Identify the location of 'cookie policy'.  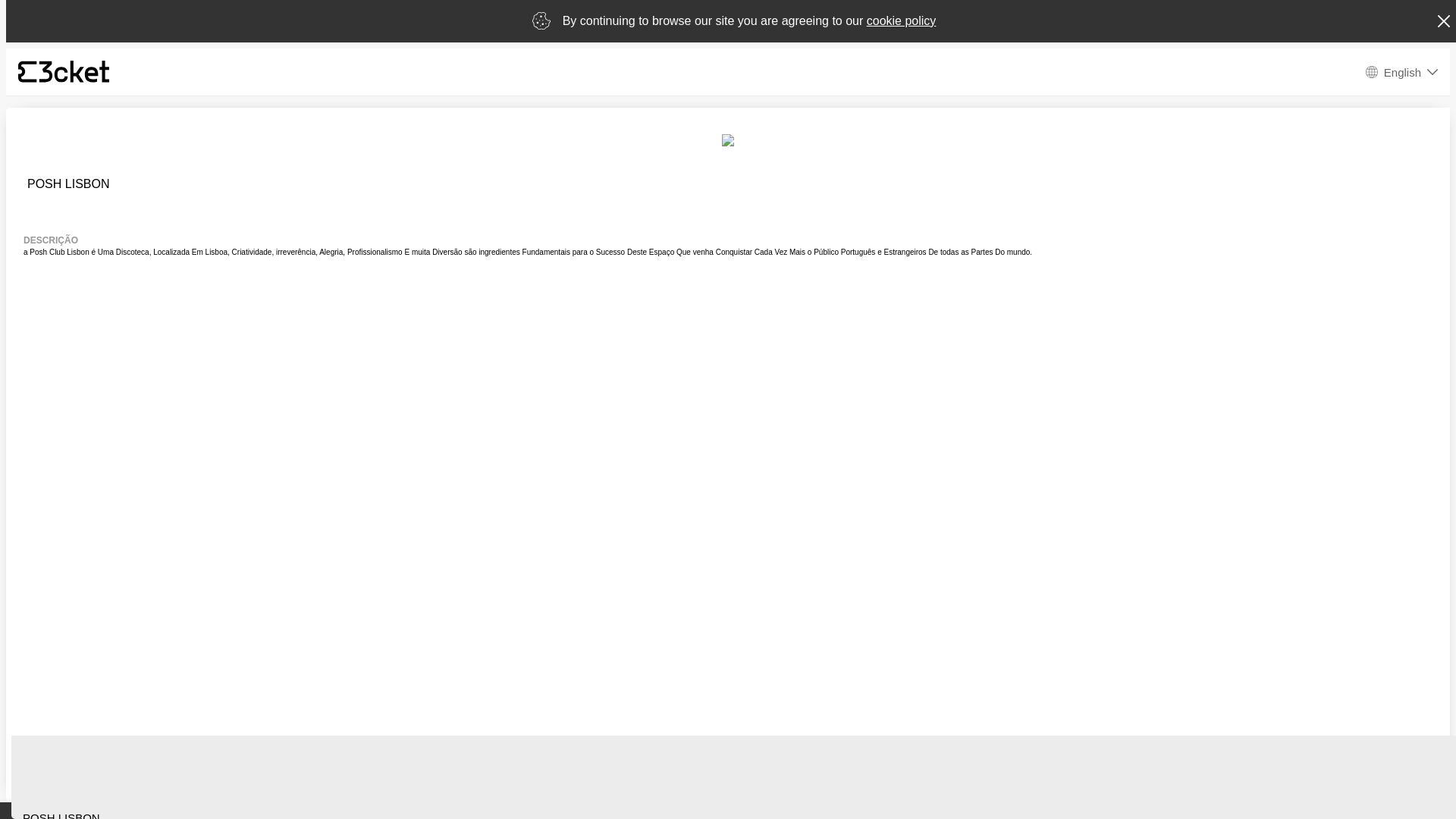
(902, 20).